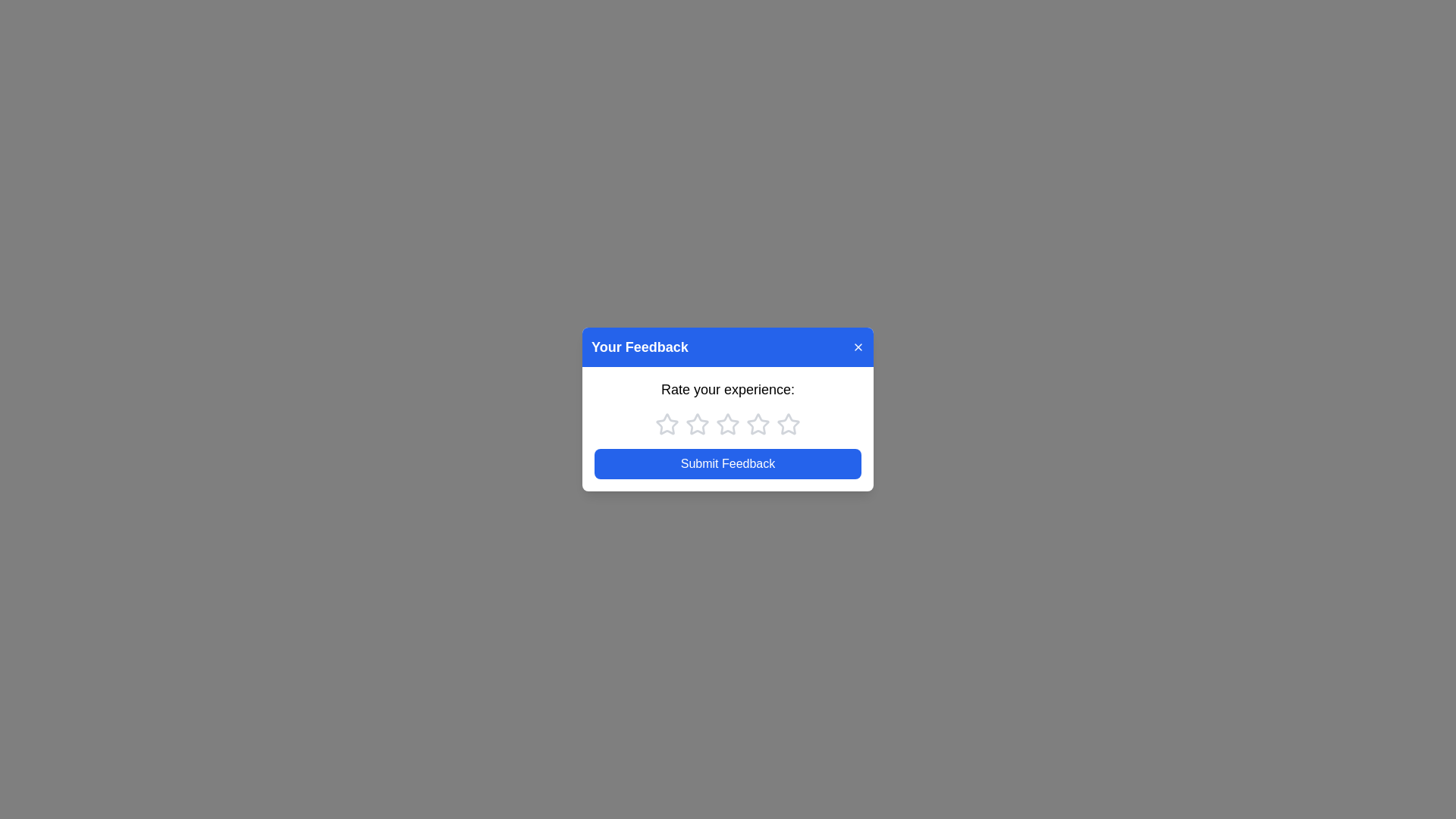  Describe the element at coordinates (858, 347) in the screenshot. I see `the close button to close the dialog` at that location.